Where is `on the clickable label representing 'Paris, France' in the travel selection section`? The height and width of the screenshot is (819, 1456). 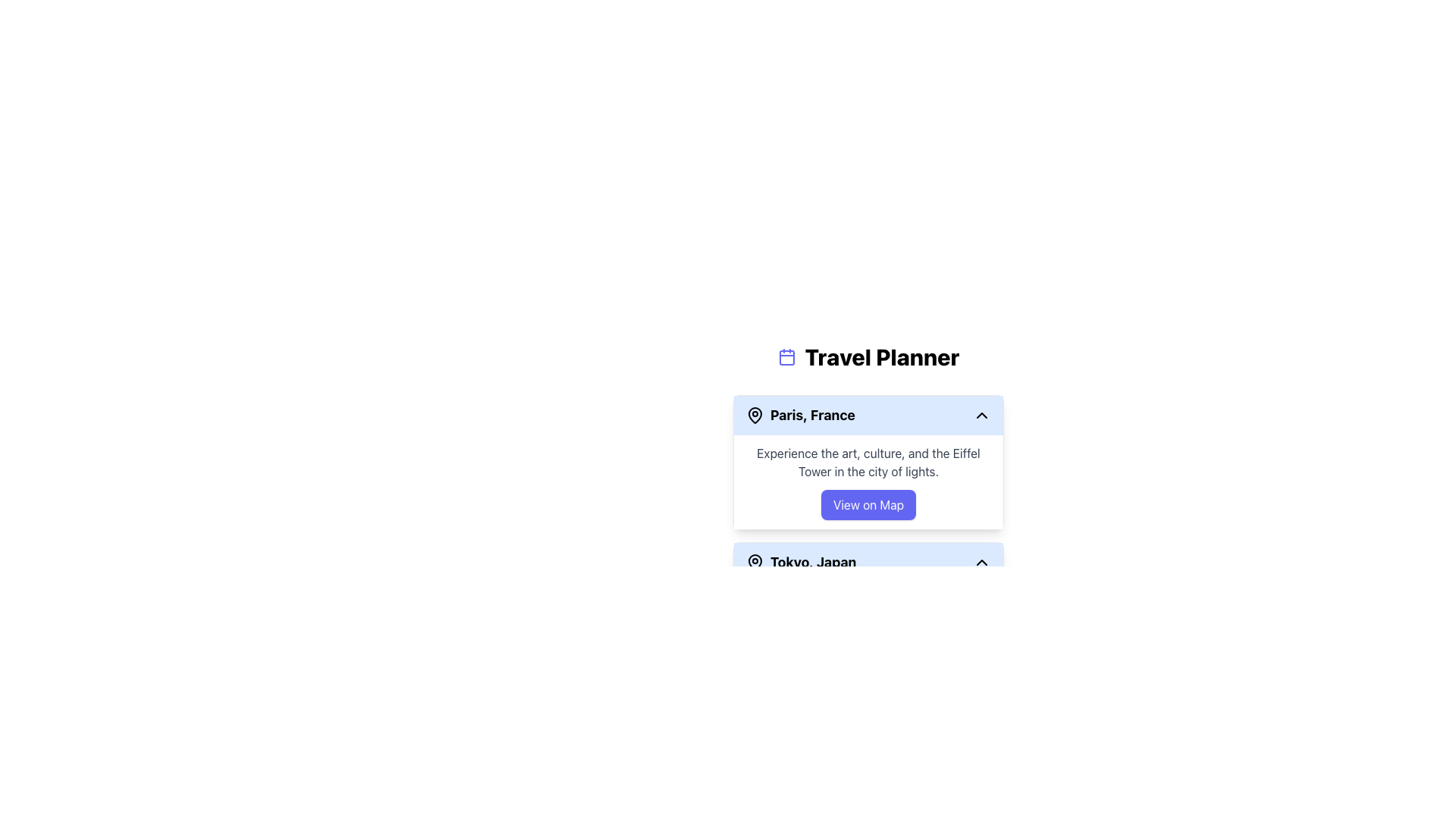 on the clickable label representing 'Paris, France' in the travel selection section is located at coordinates (799, 415).